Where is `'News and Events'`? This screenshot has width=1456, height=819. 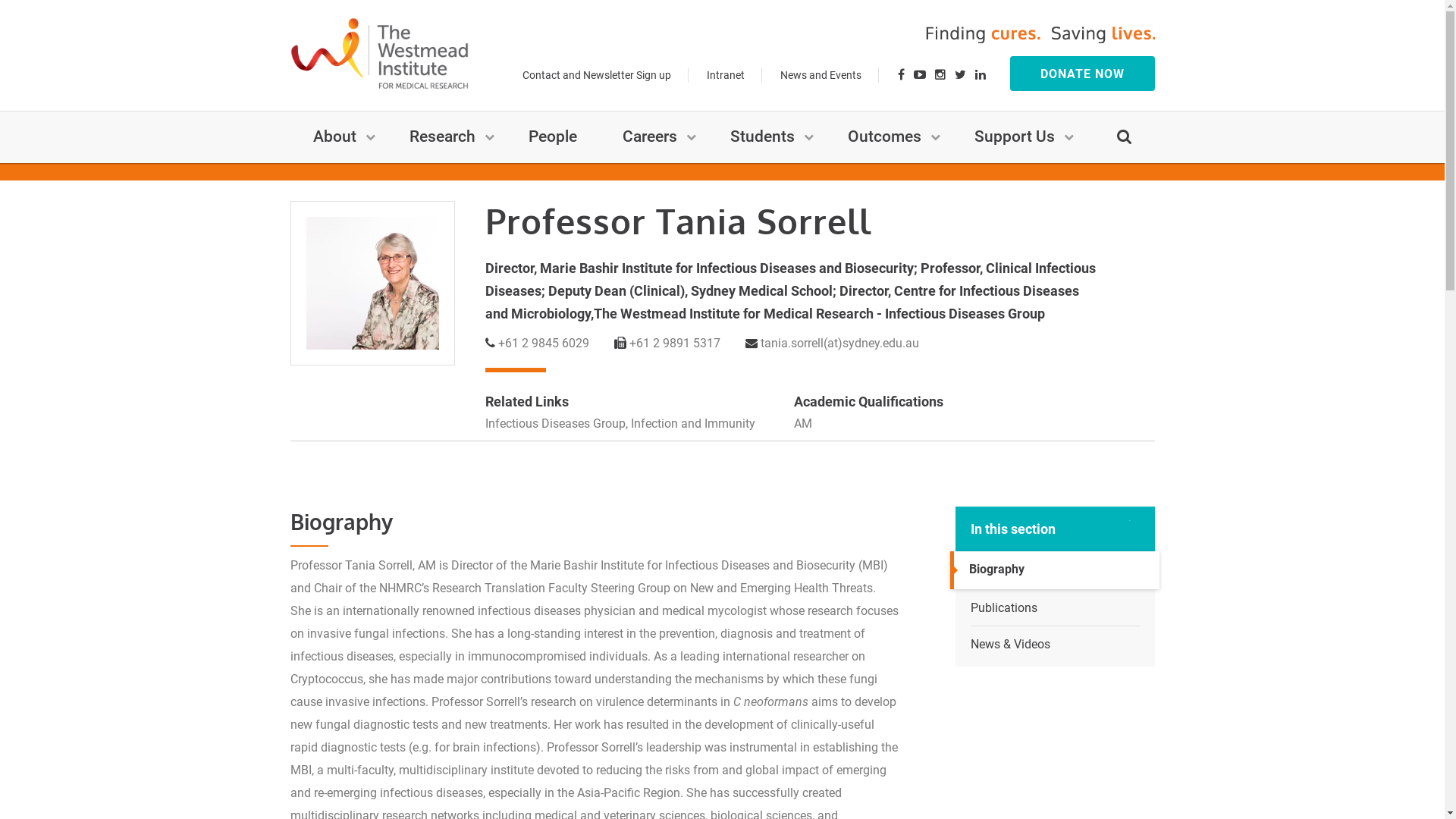
'News and Events' is located at coordinates (820, 75).